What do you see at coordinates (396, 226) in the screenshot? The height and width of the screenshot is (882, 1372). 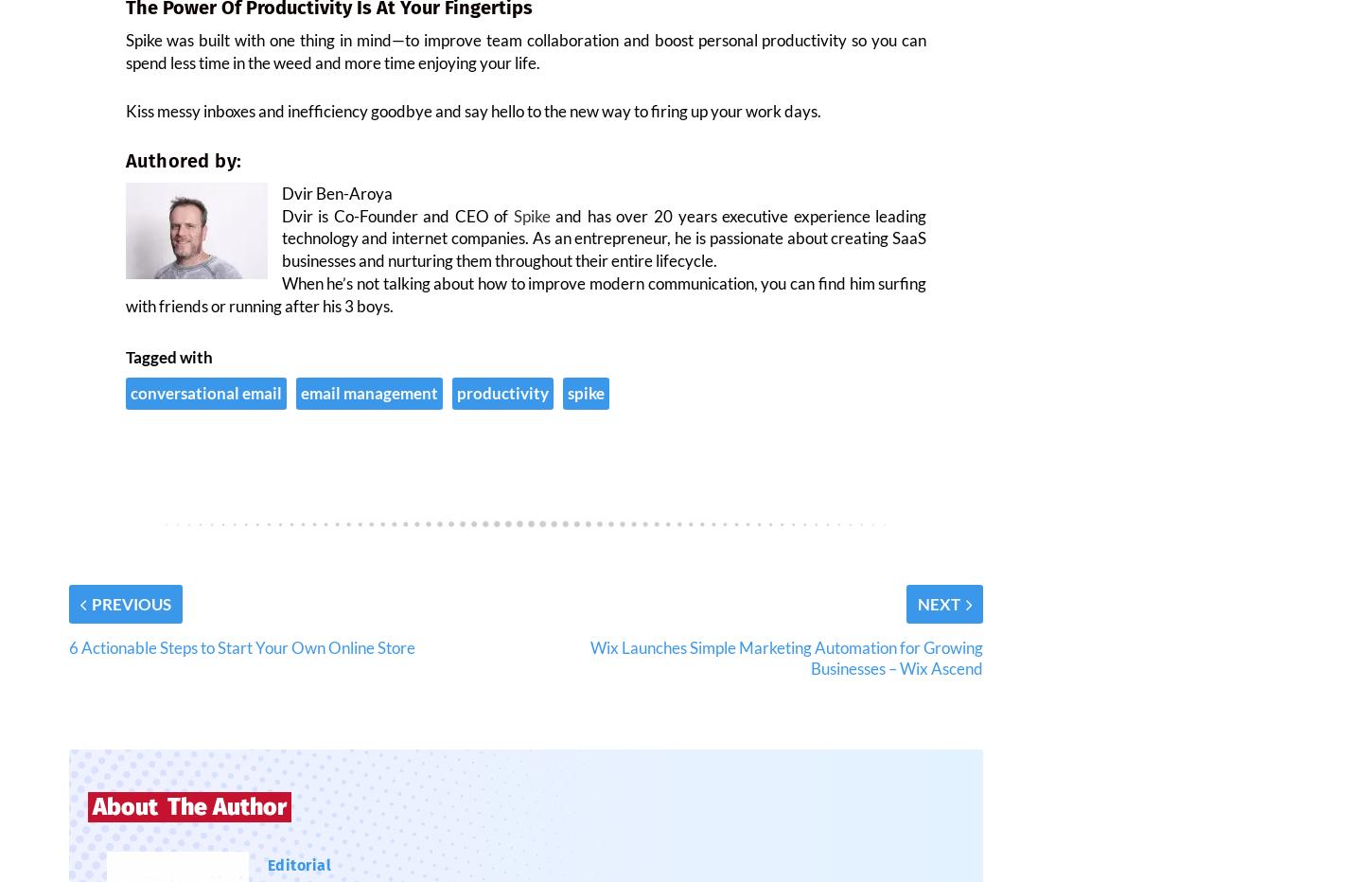 I see `'Dvir is Co-Founder and CEO of'` at bounding box center [396, 226].